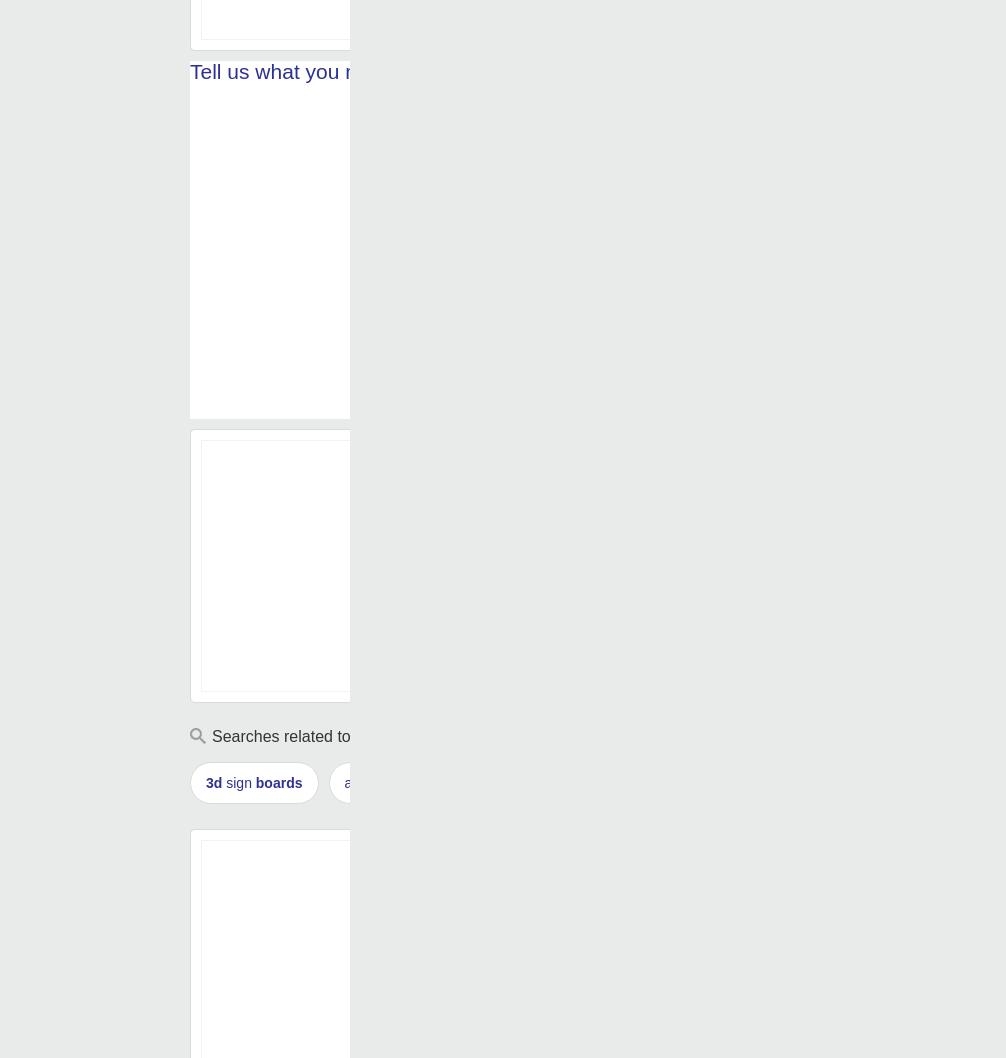 The width and height of the screenshot is (1006, 1058). Describe the element at coordinates (236, 409) in the screenshot. I see `'Name'` at that location.